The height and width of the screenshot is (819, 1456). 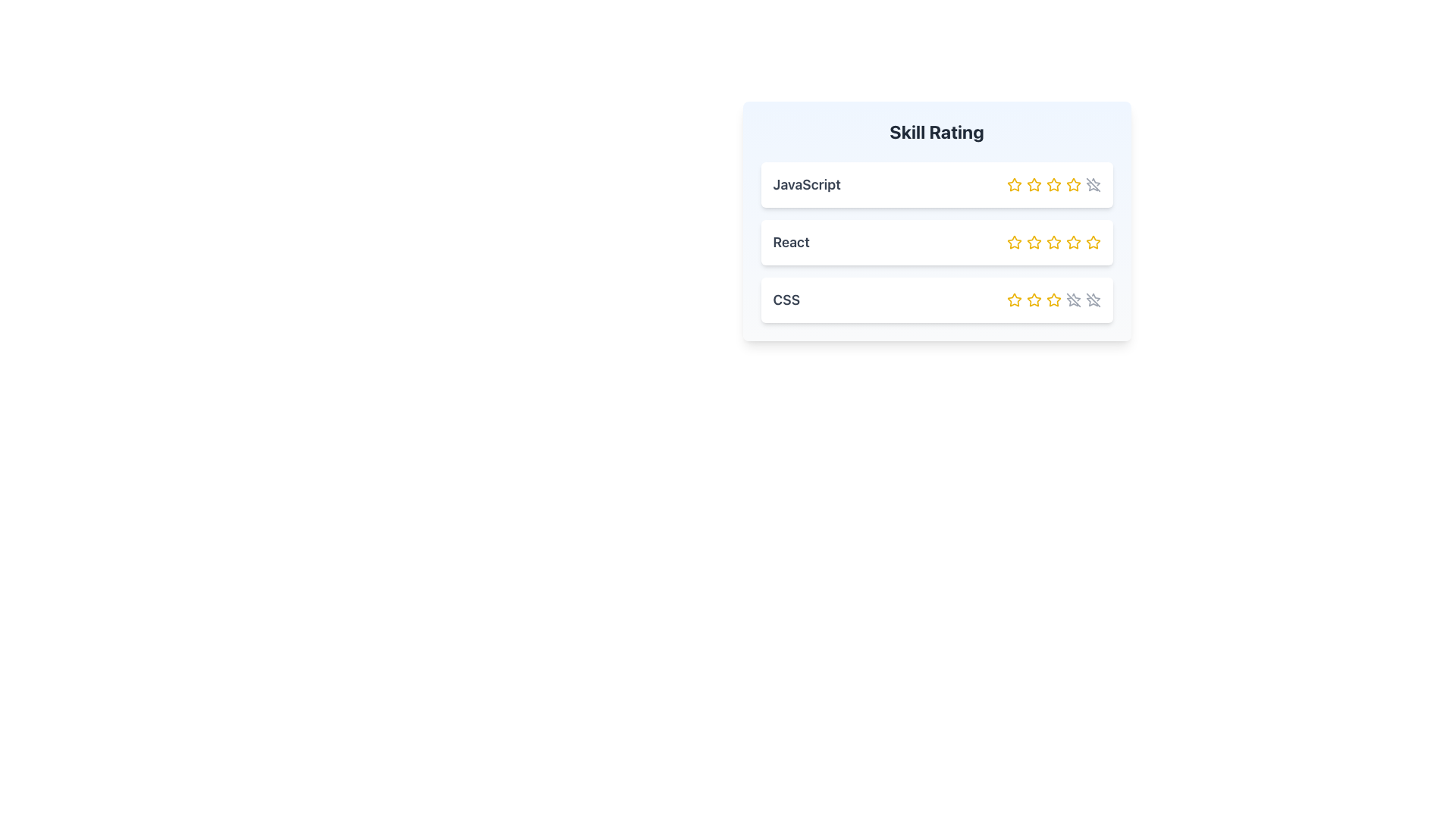 What do you see at coordinates (1093, 300) in the screenshot?
I see `the fifth star-shaped icon with a gray outline and crossing line in the CSS skill rating section` at bounding box center [1093, 300].